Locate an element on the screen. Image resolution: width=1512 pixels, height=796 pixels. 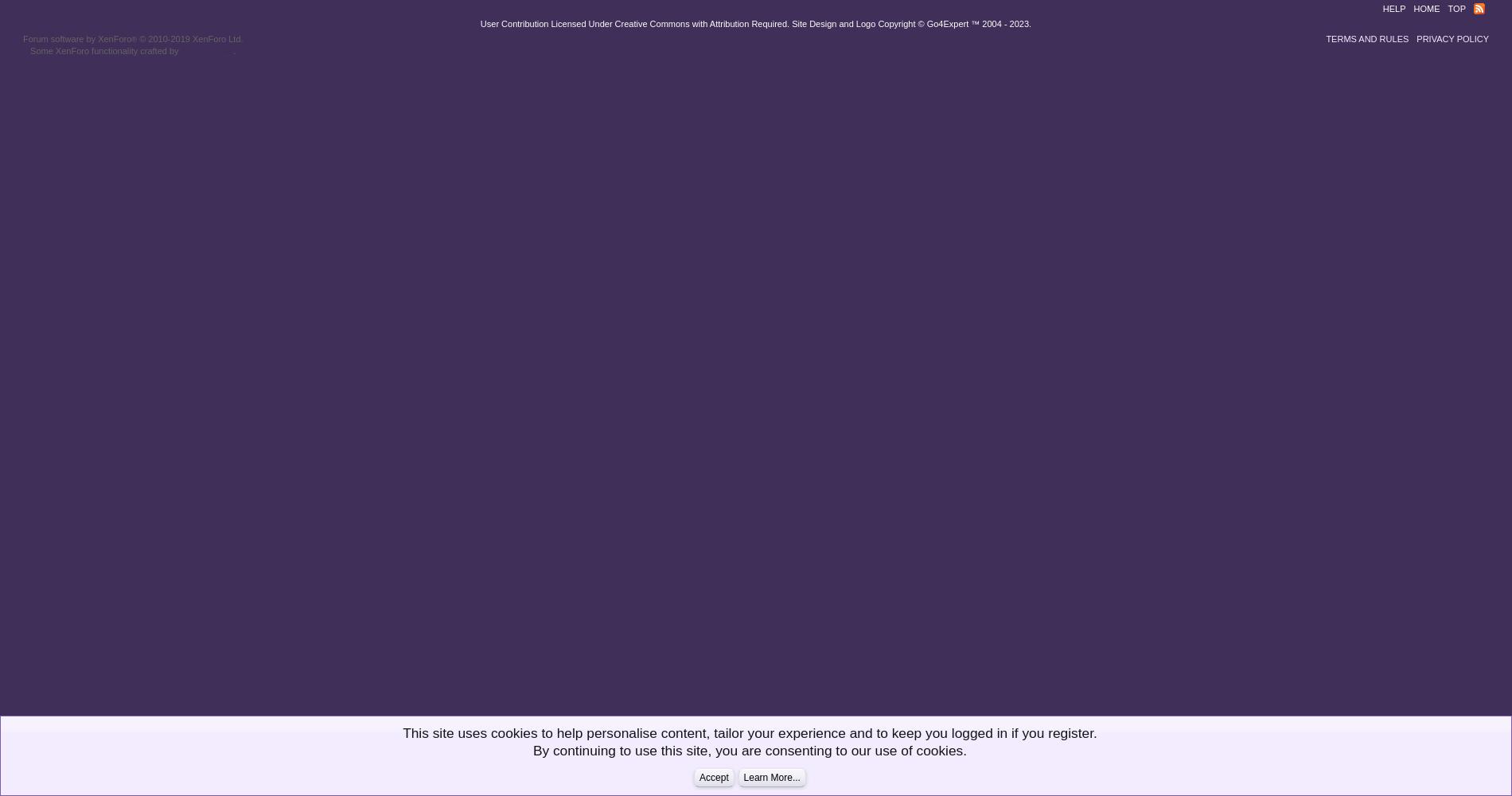
'Terms and Rules' is located at coordinates (1366, 39).